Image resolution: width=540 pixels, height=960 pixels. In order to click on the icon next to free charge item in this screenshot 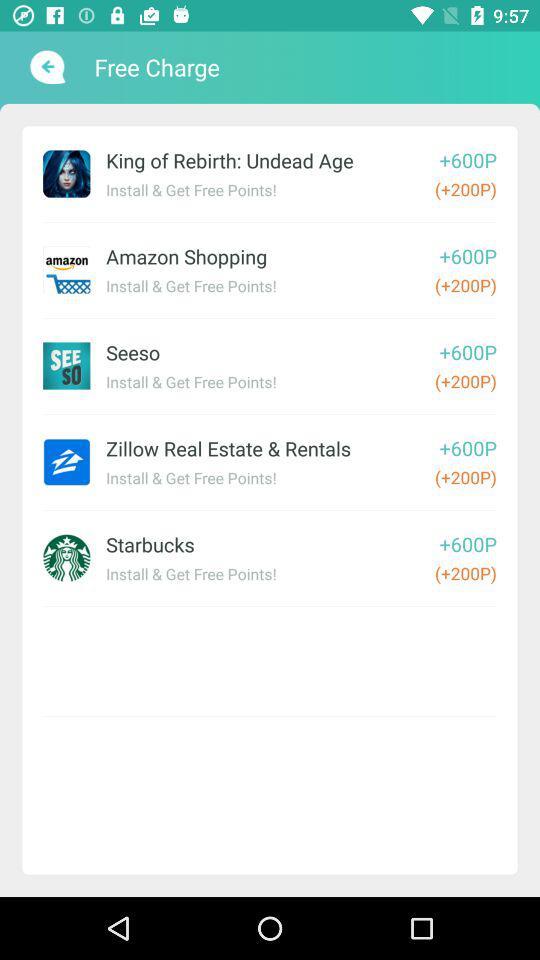, I will do `click(45, 67)`.